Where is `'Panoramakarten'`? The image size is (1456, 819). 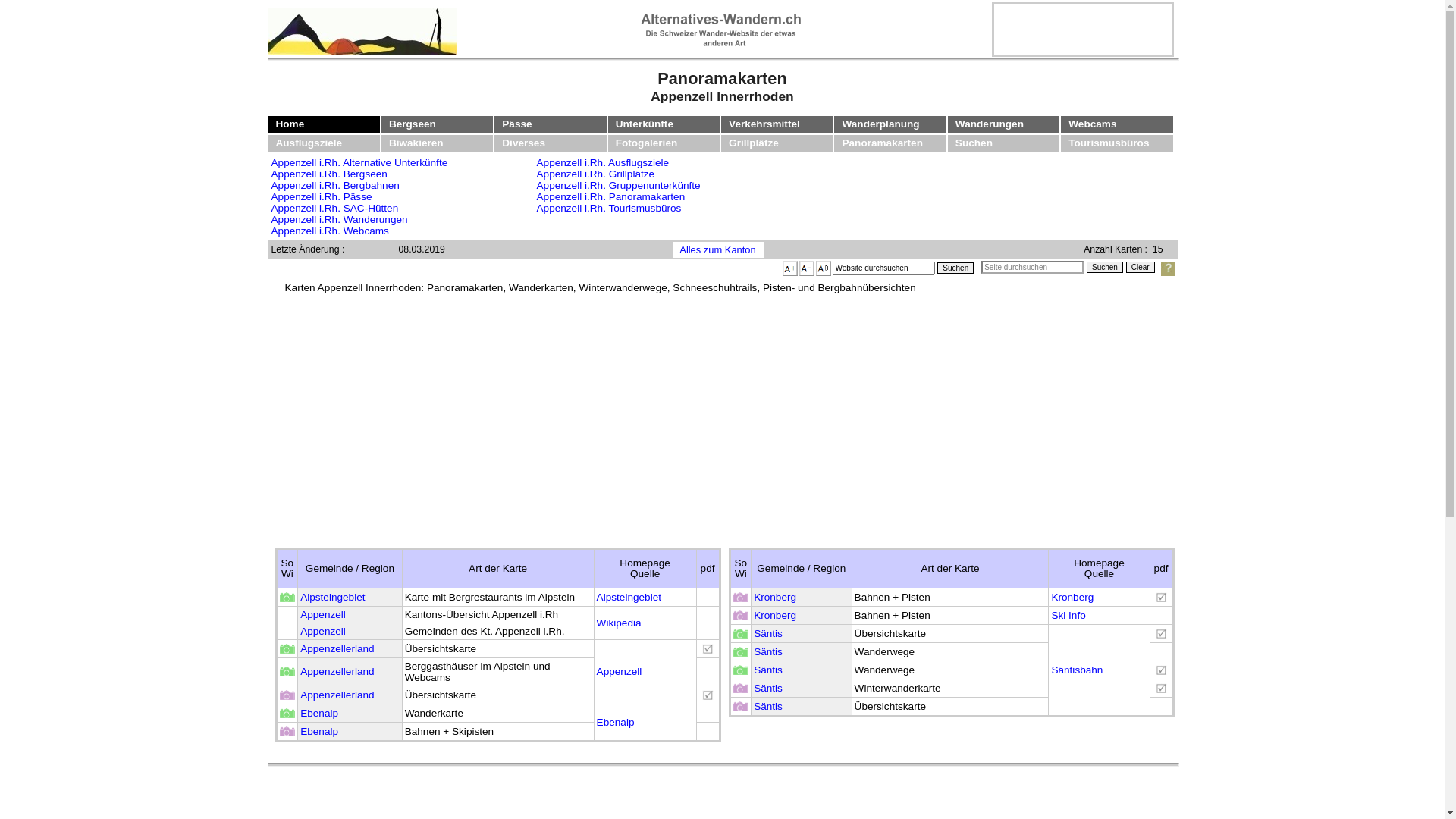 'Panoramakarten' is located at coordinates (882, 143).